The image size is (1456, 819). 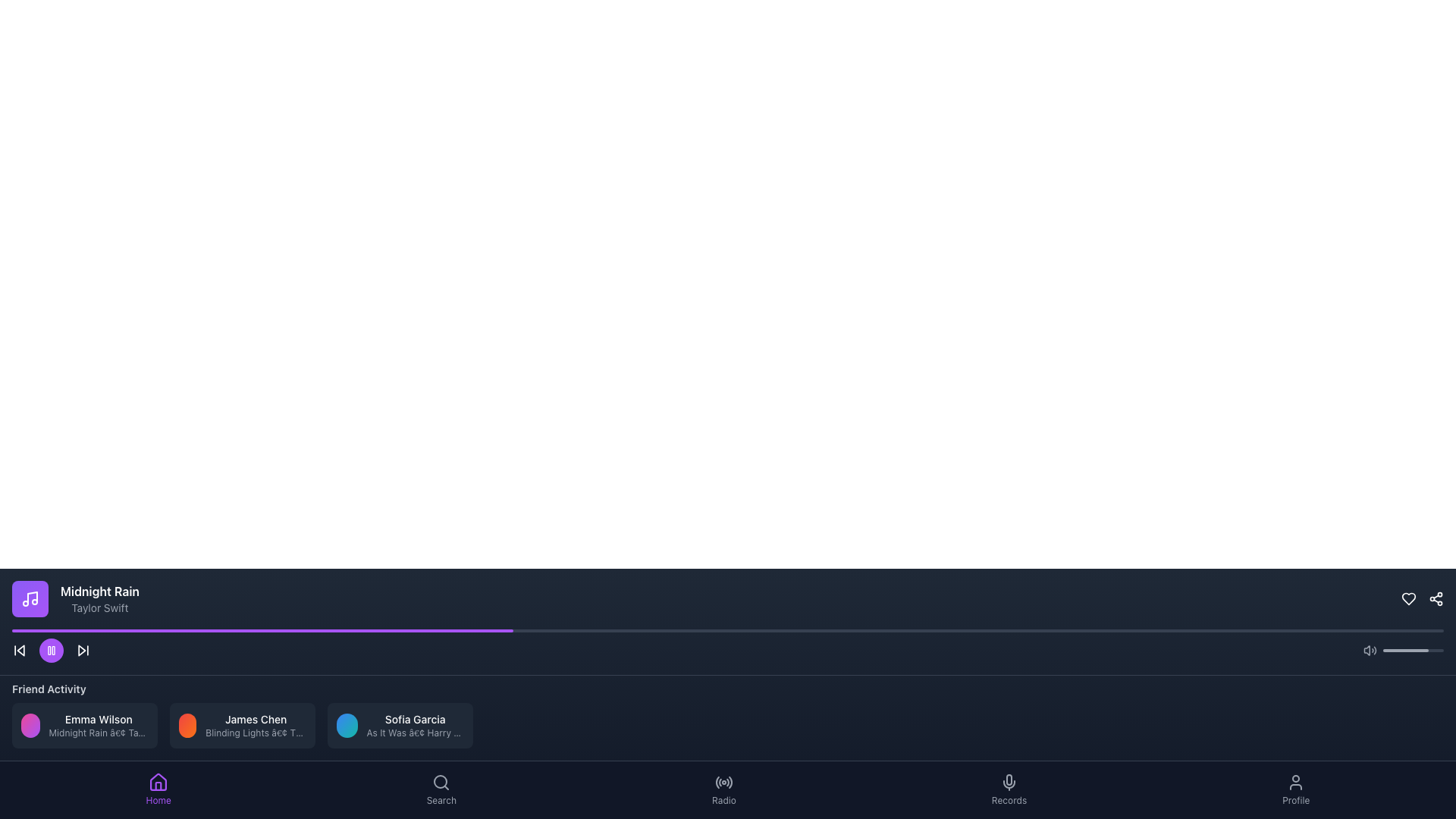 I want to click on the volume slider, so click(x=1439, y=649).